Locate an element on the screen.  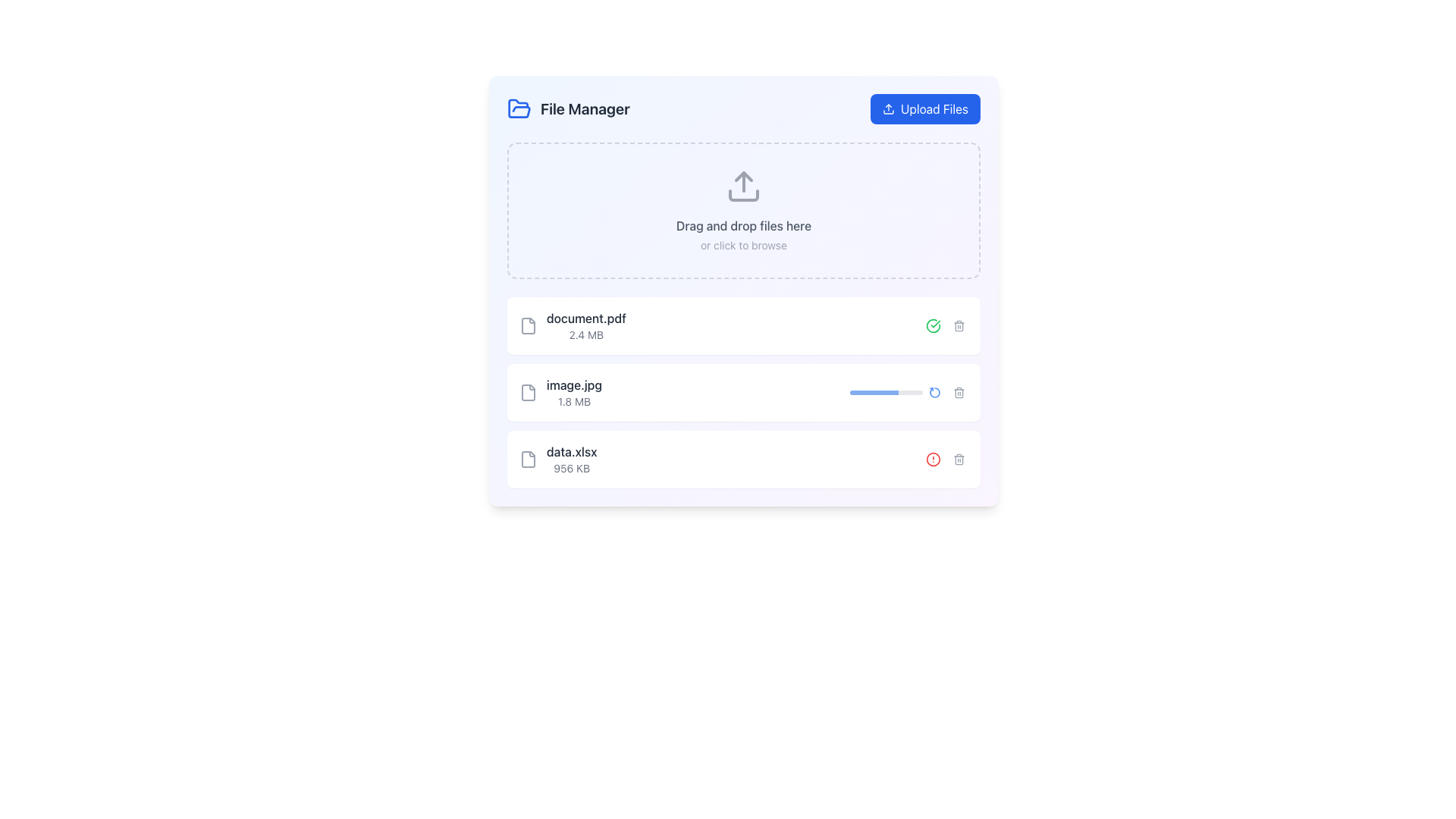
the icon representing the file 'data.xlsx' located to the left of the text components, indicating the file type or status is located at coordinates (528, 458).